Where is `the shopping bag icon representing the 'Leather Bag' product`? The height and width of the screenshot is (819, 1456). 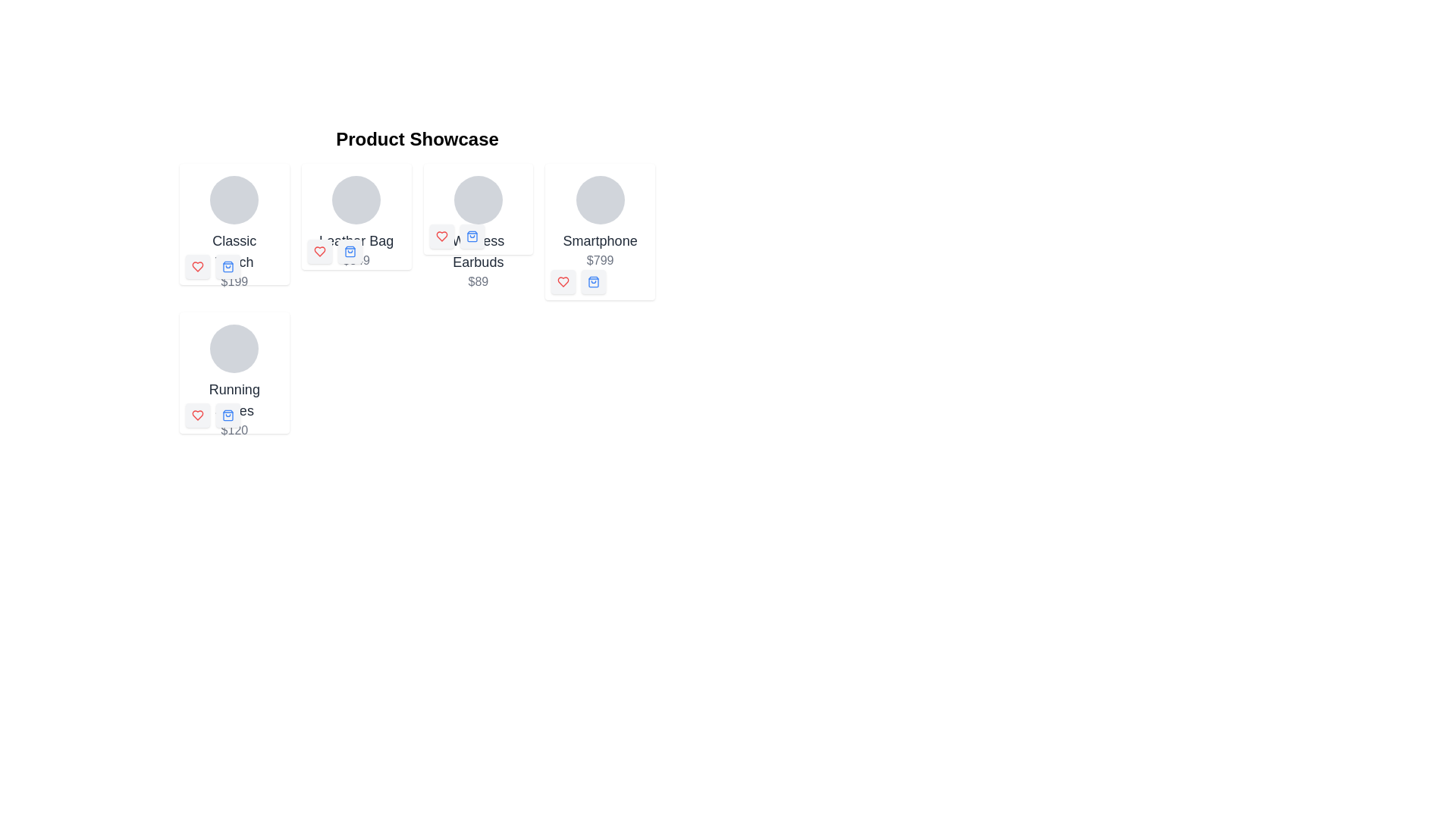
the shopping bag icon representing the 'Leather Bag' product is located at coordinates (349, 250).